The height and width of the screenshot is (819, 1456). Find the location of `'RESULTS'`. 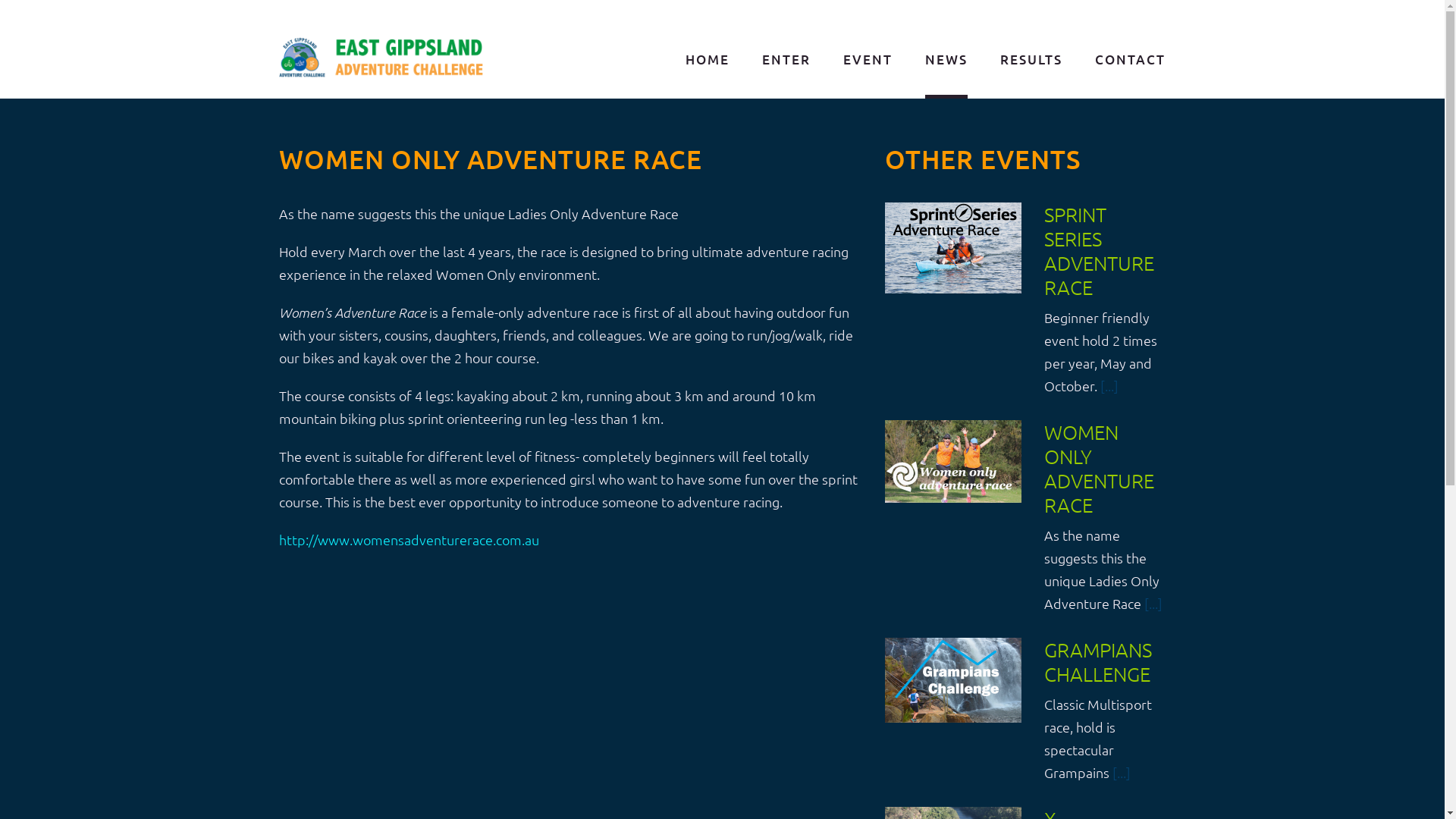

'RESULTS' is located at coordinates (1031, 60).